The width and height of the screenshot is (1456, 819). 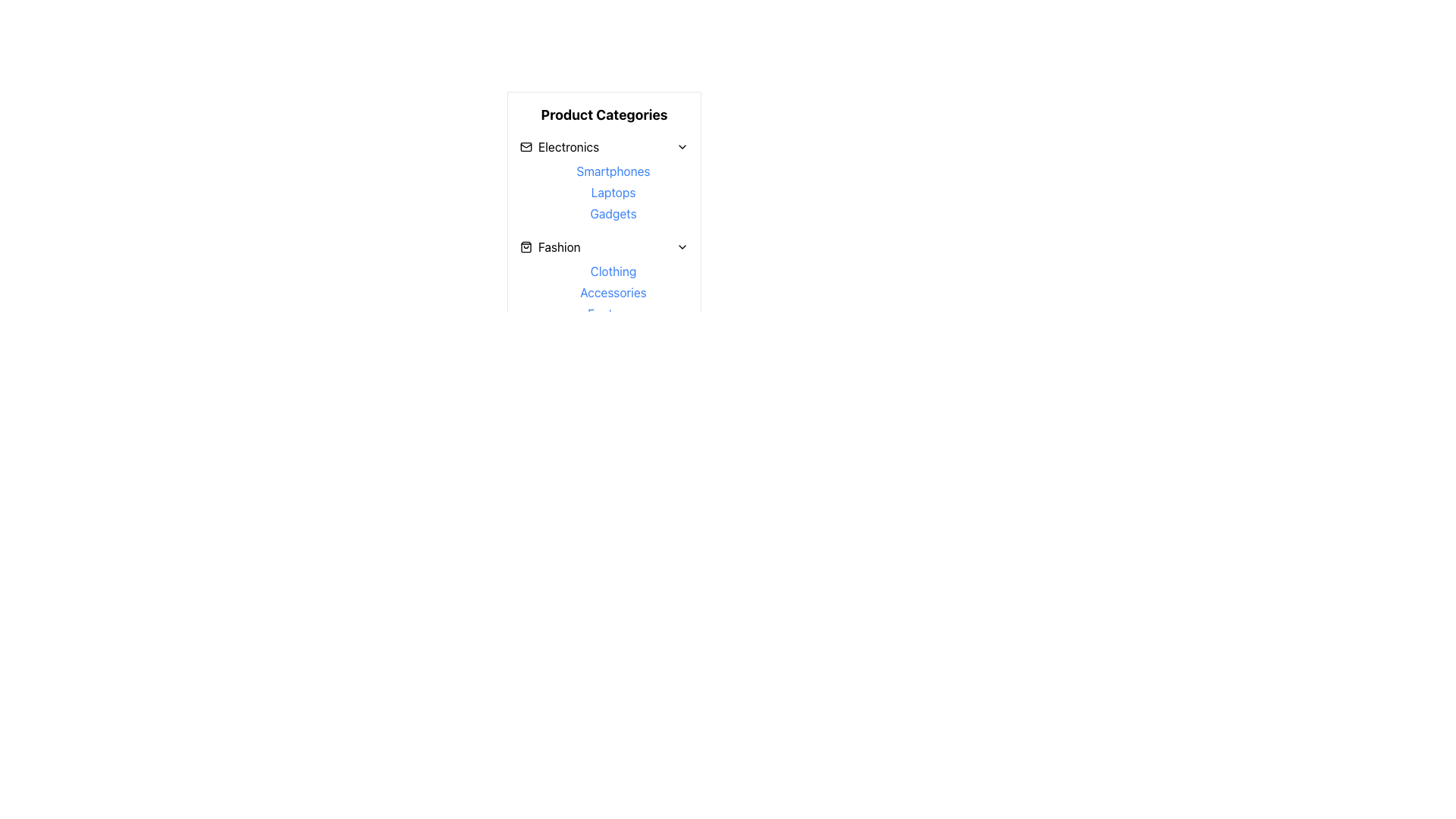 I want to click on the blue text label displaying 'Gadgets', so click(x=613, y=213).